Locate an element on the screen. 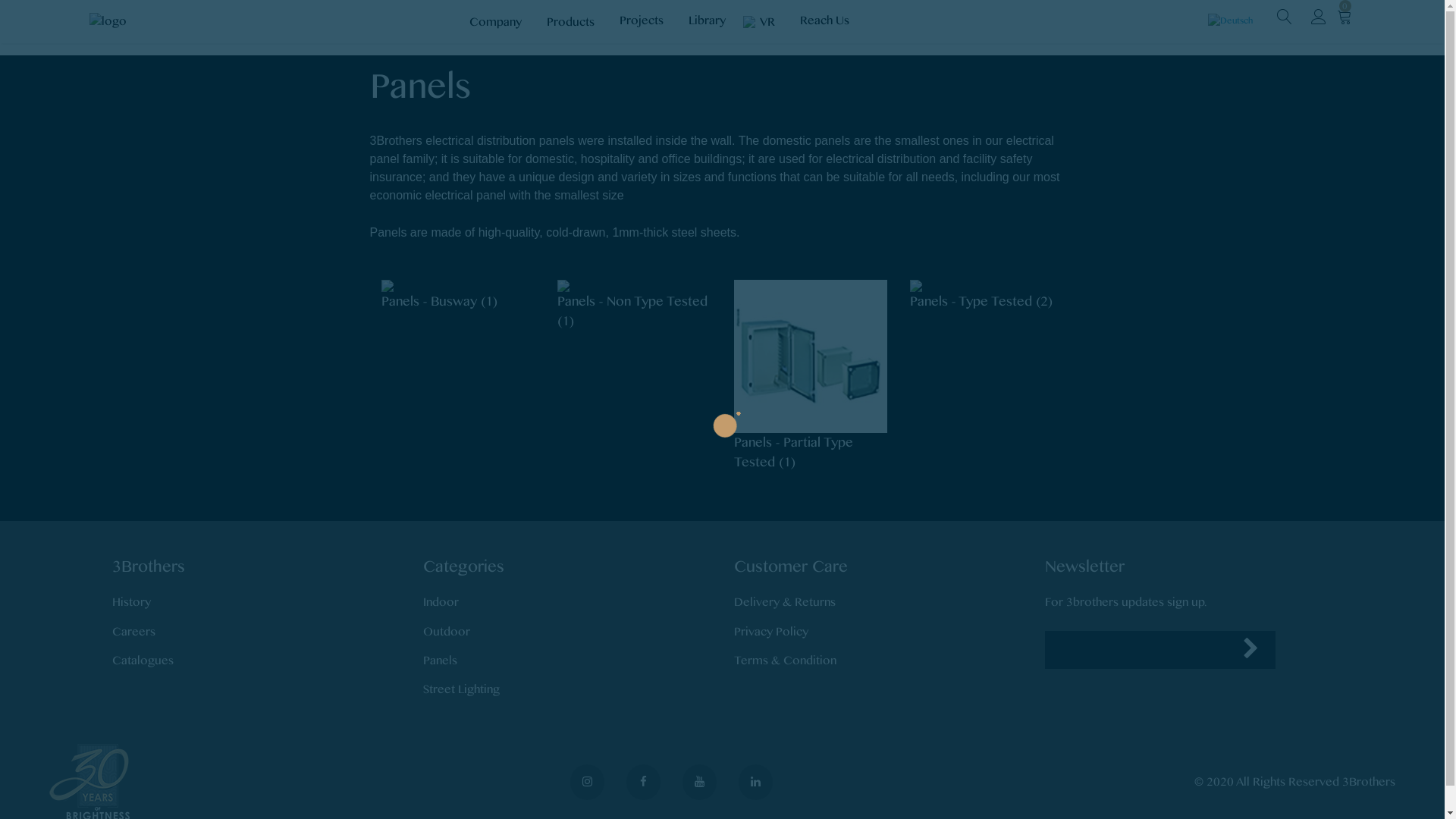 This screenshot has height=819, width=1456. 'Terms & Condition' is located at coordinates (785, 660).